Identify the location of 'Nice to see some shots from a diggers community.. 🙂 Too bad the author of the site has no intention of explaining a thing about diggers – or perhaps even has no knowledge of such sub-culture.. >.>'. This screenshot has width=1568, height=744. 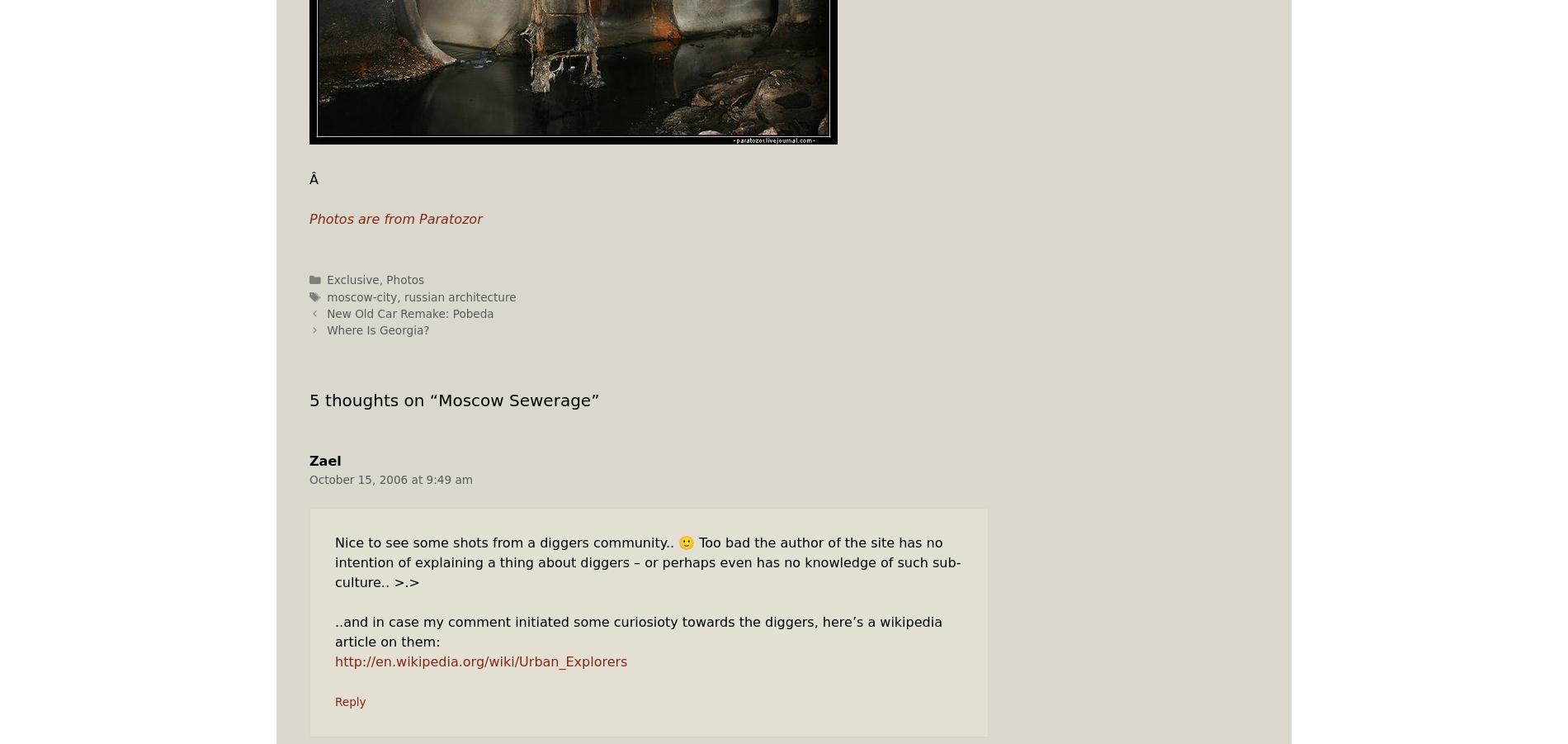
(647, 562).